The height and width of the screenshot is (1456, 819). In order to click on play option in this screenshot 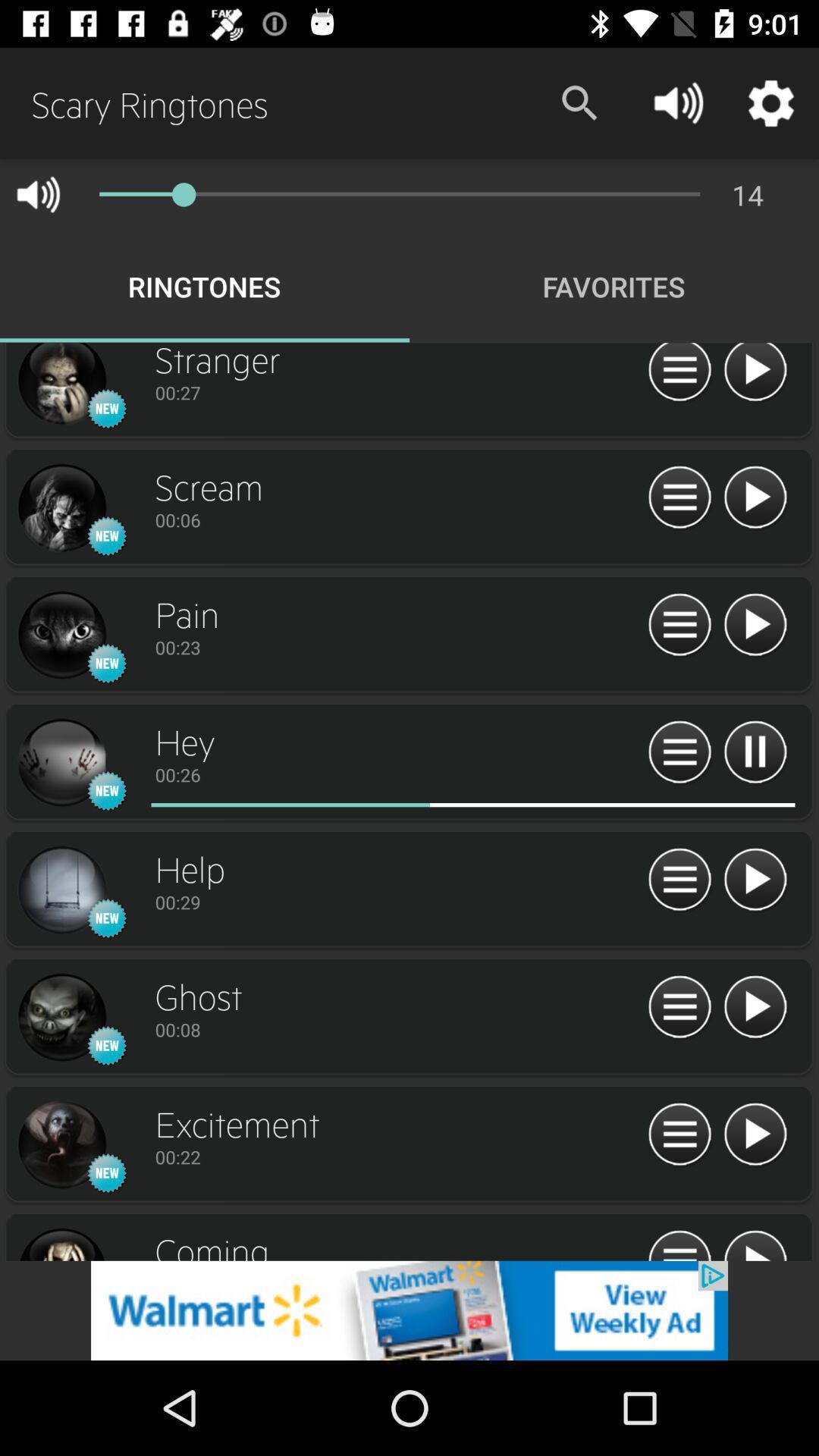, I will do `click(755, 880)`.